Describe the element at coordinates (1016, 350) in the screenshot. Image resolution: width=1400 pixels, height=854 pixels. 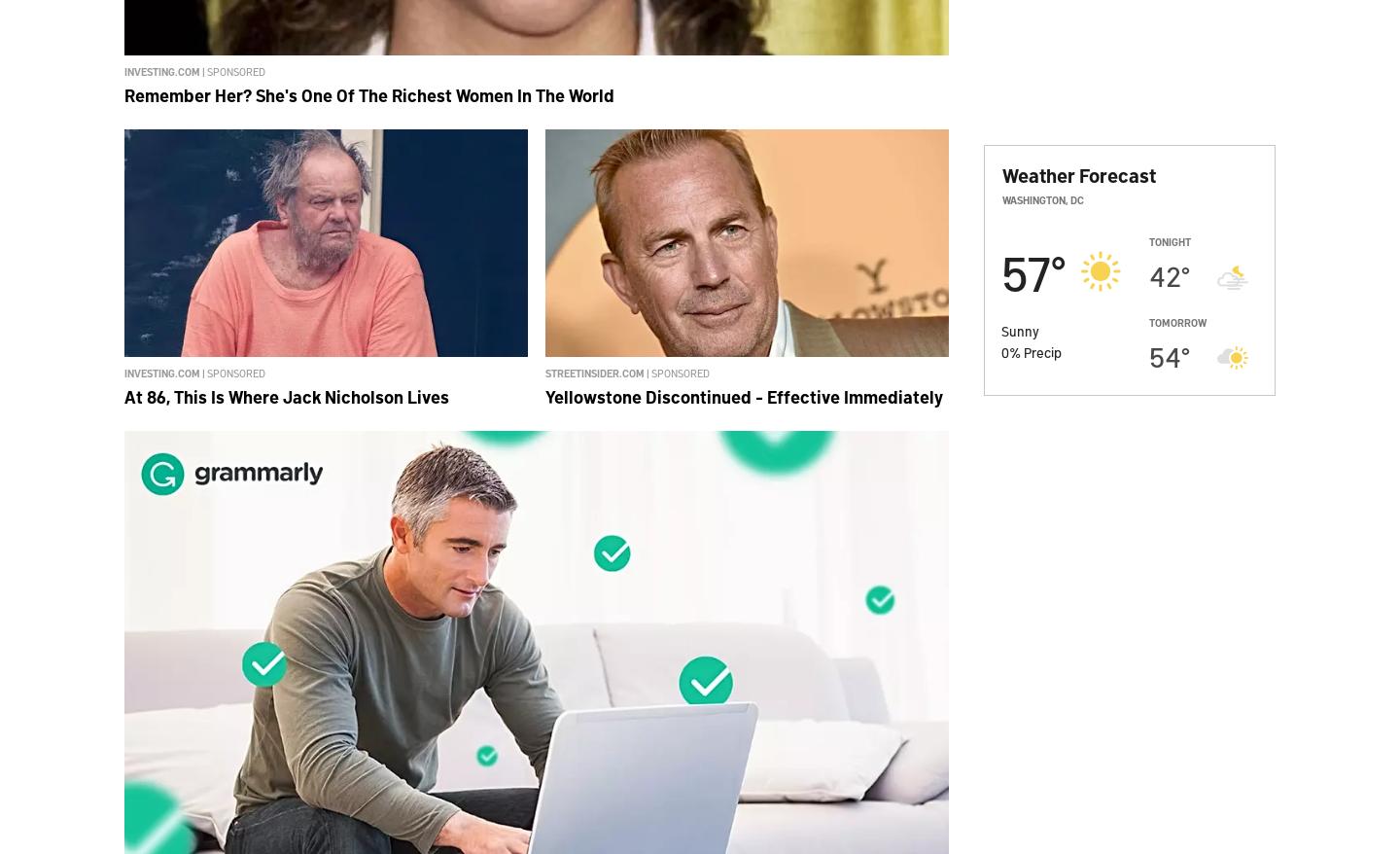
I see `'%'` at that location.